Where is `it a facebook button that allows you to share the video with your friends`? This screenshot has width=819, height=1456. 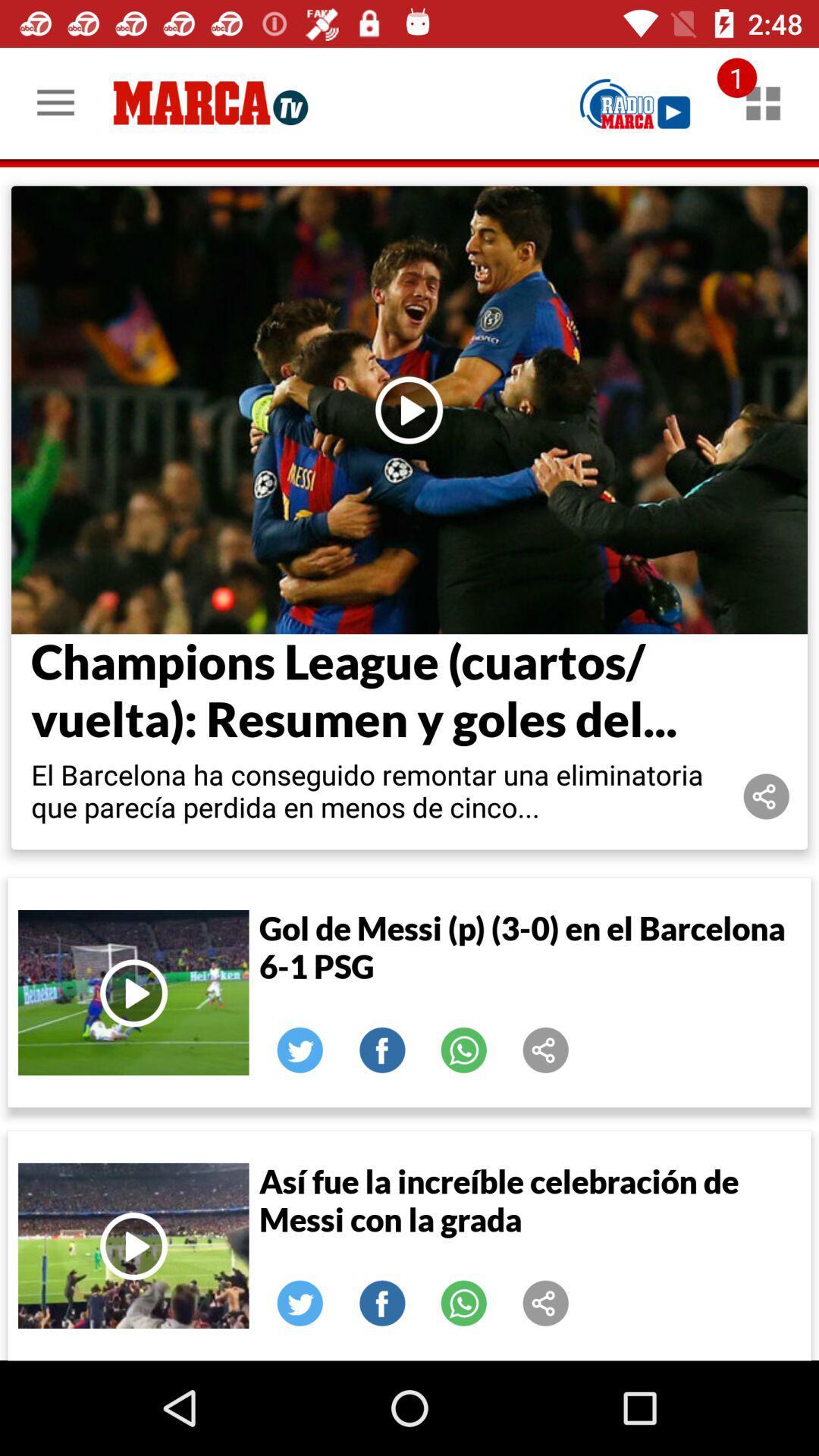 it a facebook button that allows you to share the video with your friends is located at coordinates (381, 1050).